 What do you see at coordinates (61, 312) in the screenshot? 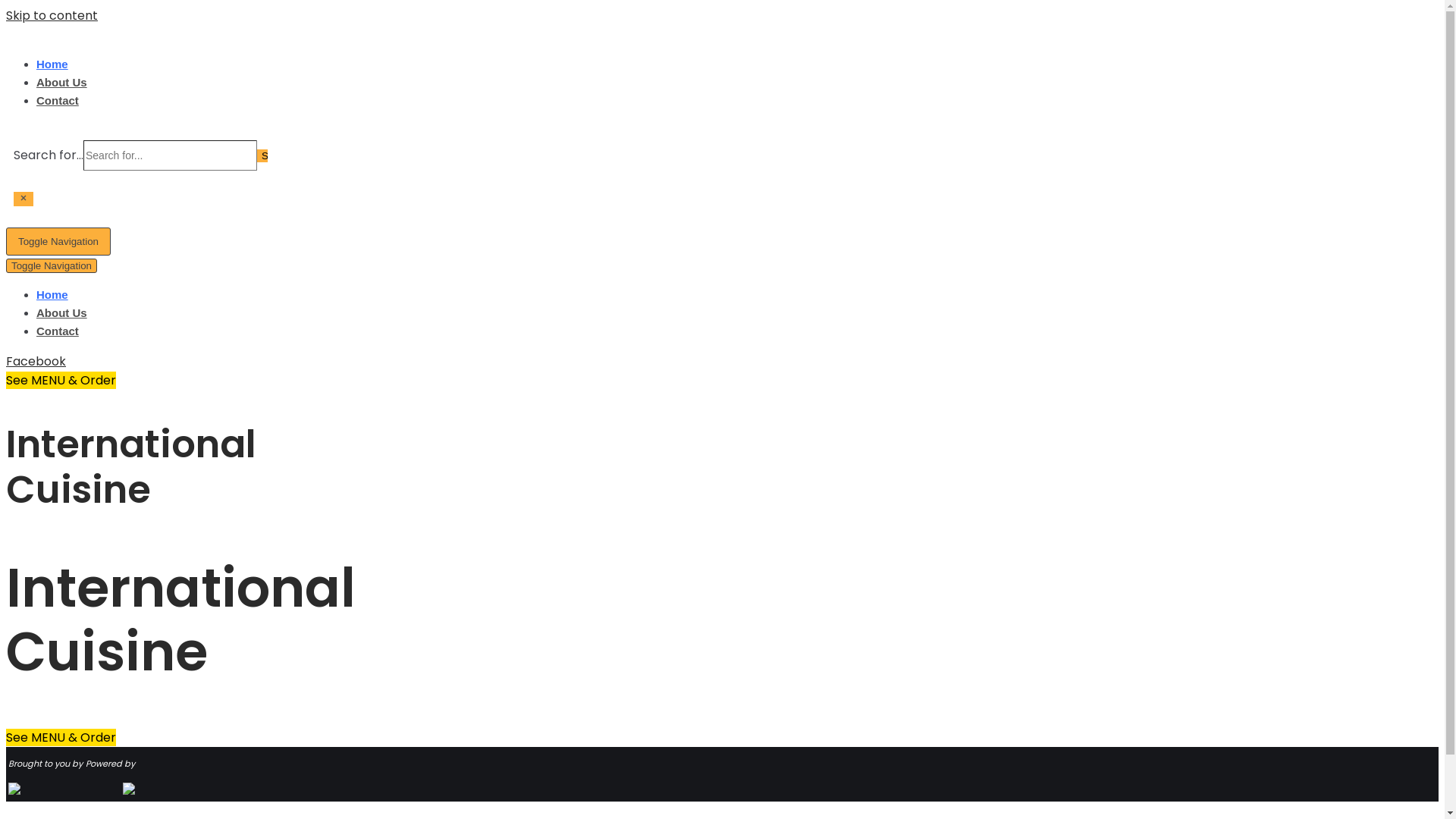
I see `'About Us'` at bounding box center [61, 312].